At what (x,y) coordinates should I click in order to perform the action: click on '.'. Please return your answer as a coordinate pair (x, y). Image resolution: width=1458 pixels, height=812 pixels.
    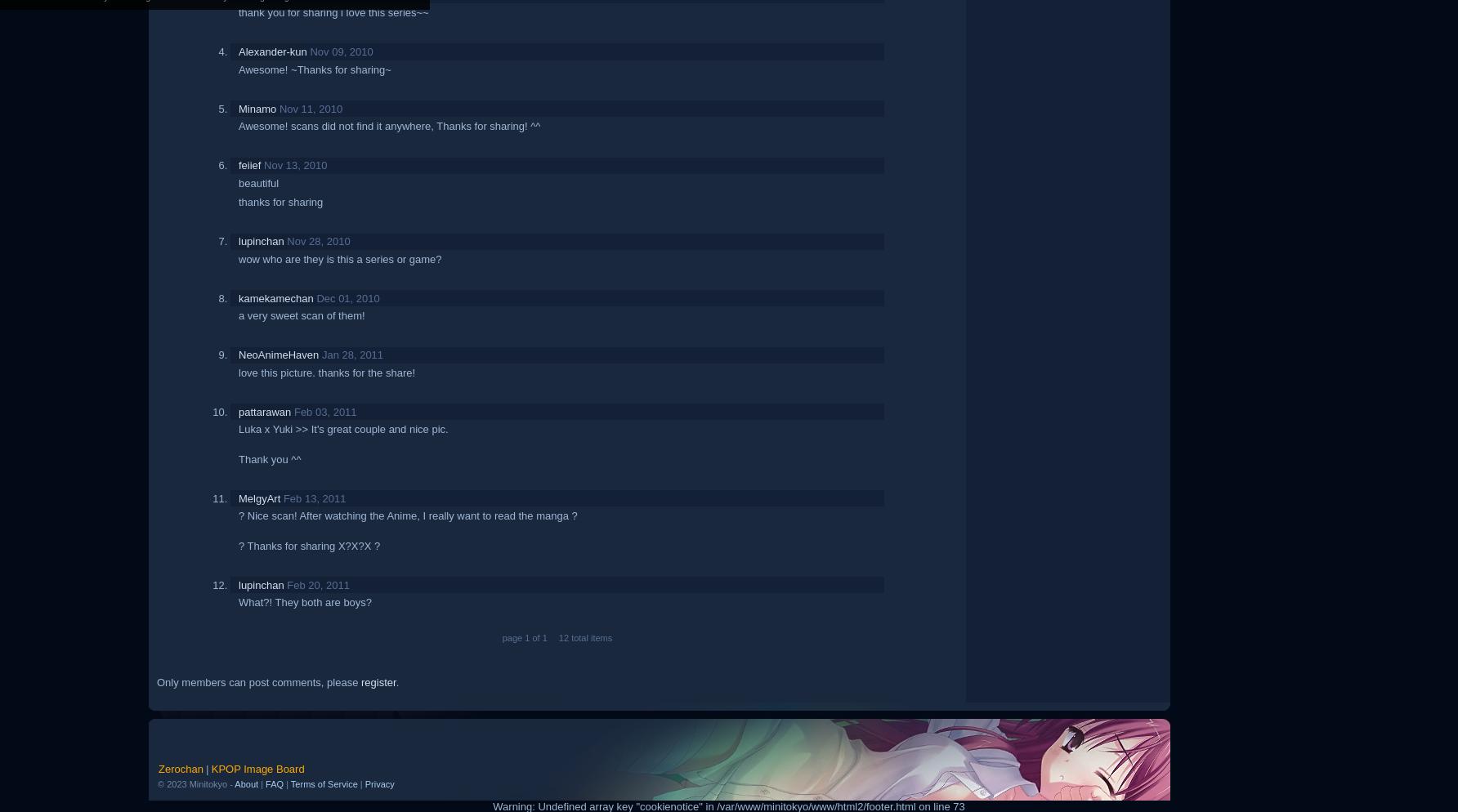
    Looking at the image, I should click on (396, 680).